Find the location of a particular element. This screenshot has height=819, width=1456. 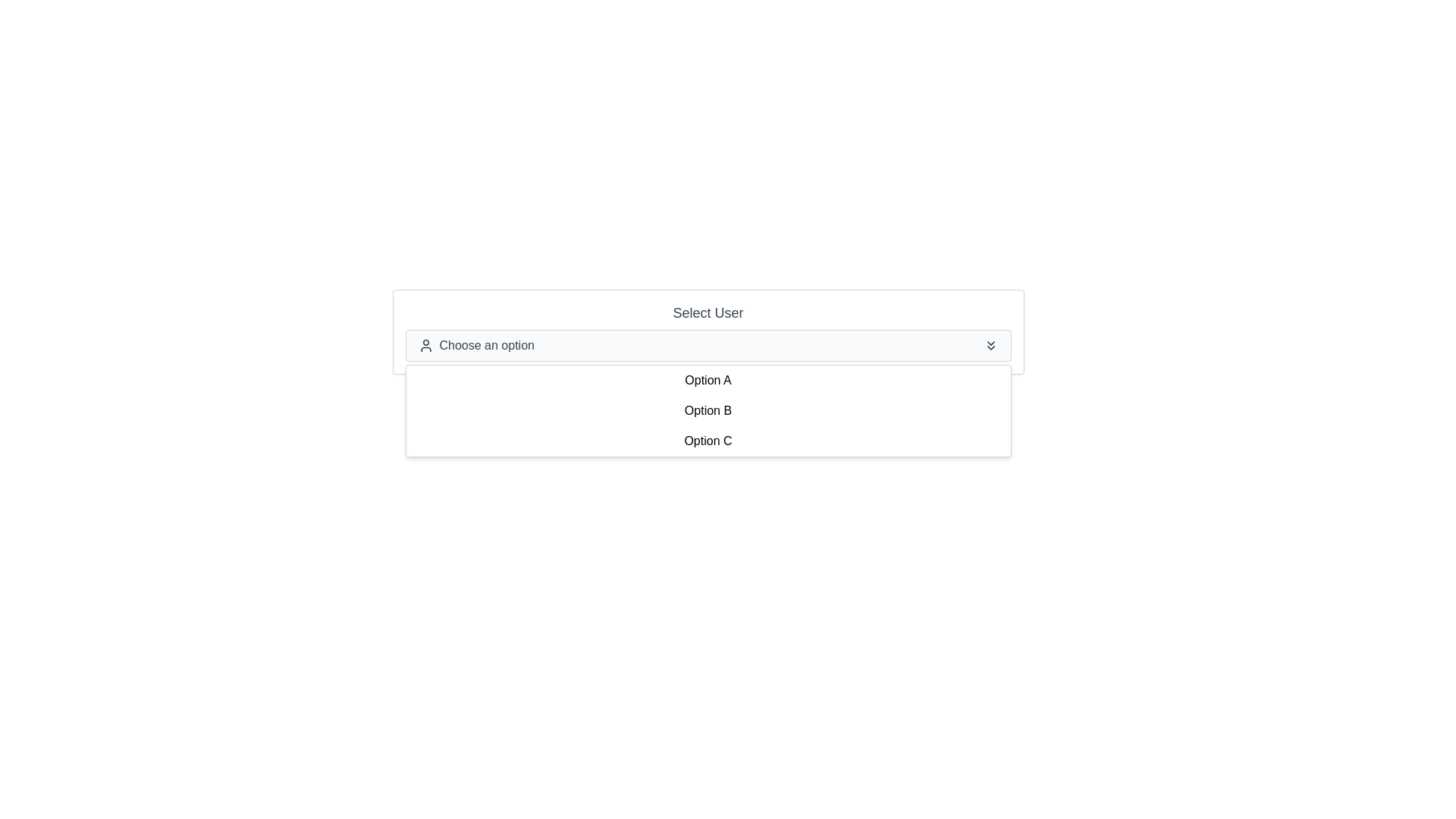

the third item in the dropdown list, which represents 'Option C' is located at coordinates (708, 441).